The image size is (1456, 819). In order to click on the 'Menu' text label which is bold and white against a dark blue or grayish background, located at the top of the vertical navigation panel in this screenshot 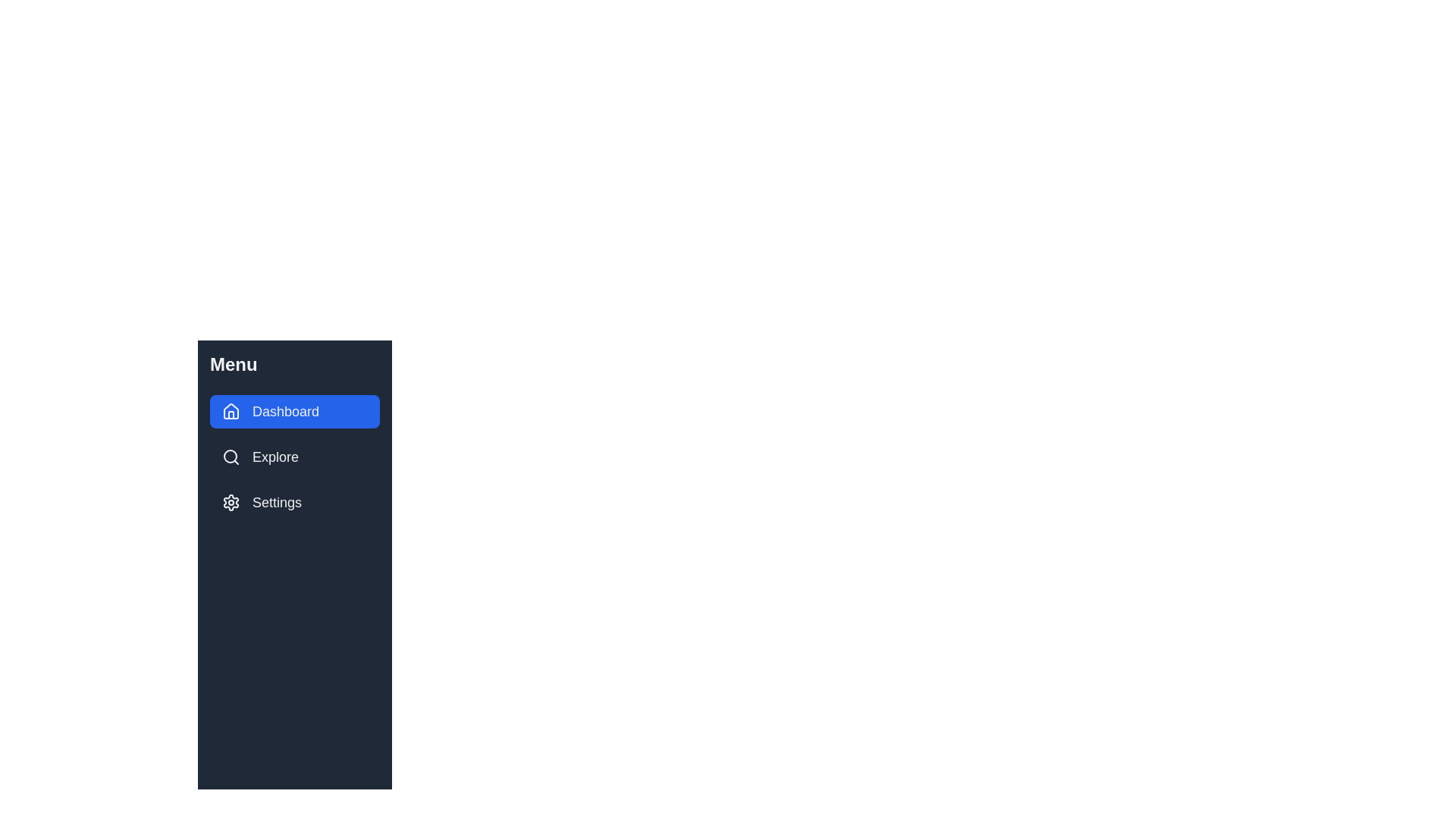, I will do `click(233, 365)`.